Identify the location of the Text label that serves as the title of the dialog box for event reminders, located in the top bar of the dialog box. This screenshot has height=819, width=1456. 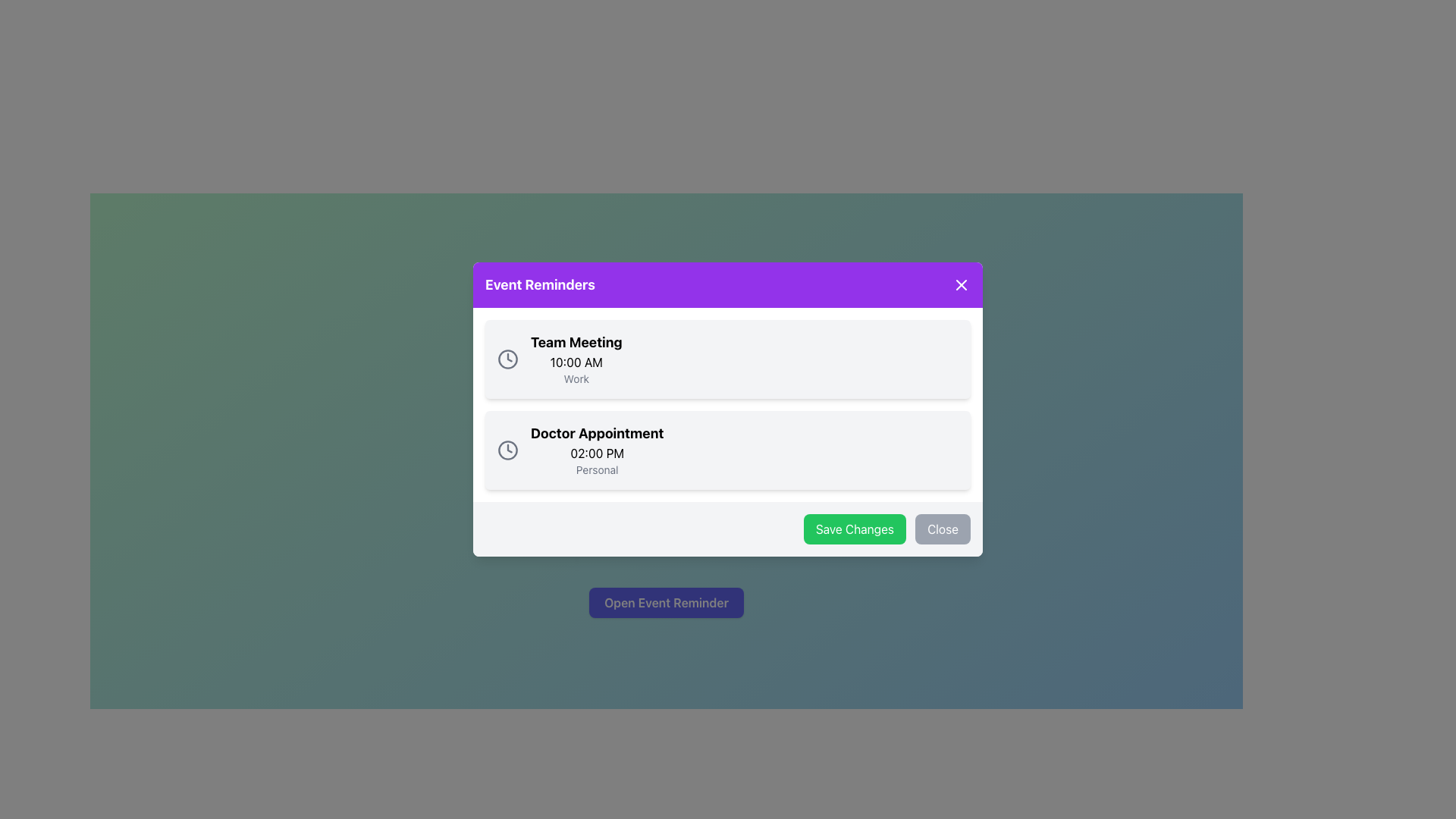
(540, 284).